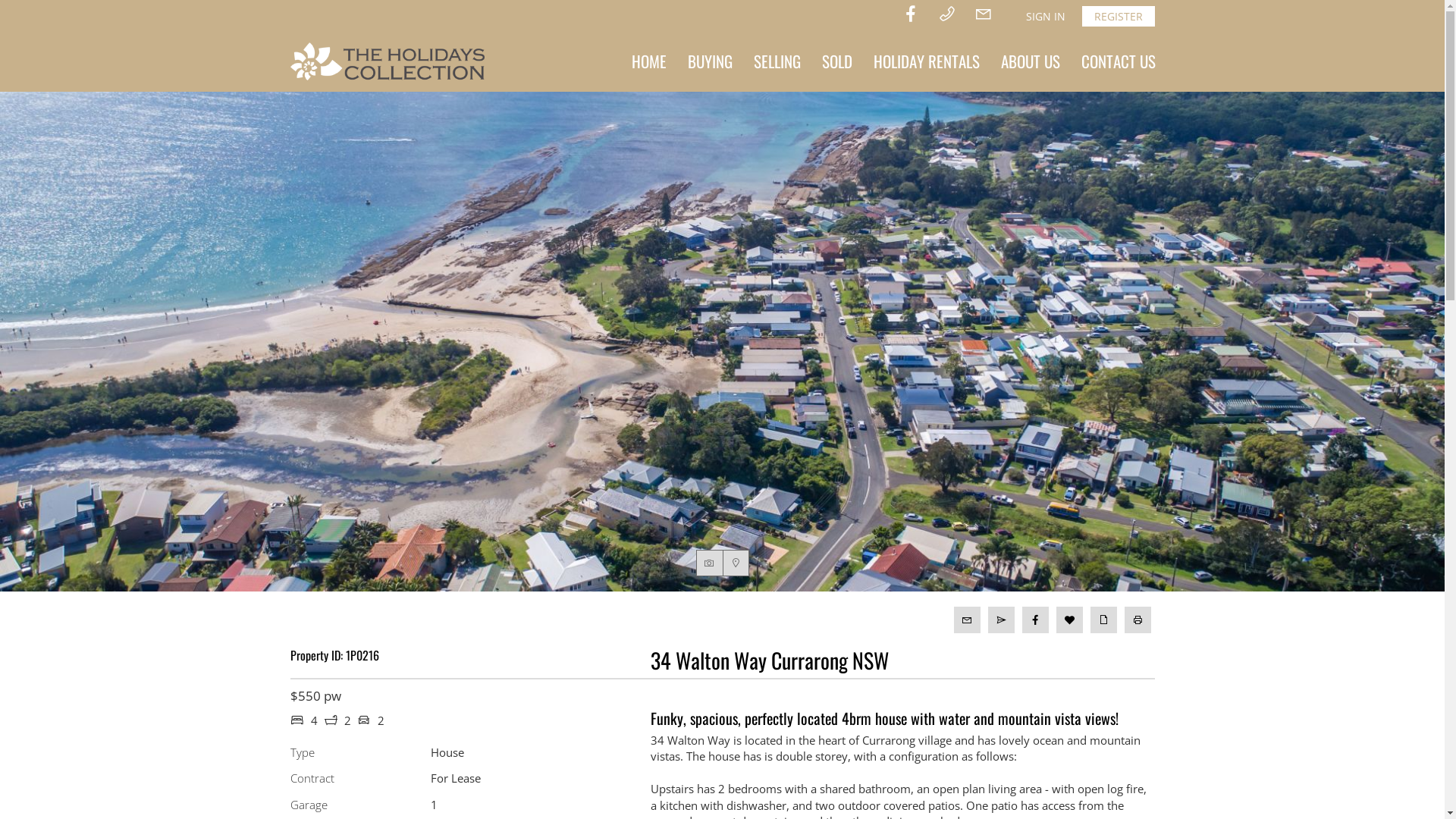  Describe the element at coordinates (966, 620) in the screenshot. I see `'Email to Agent'` at that location.